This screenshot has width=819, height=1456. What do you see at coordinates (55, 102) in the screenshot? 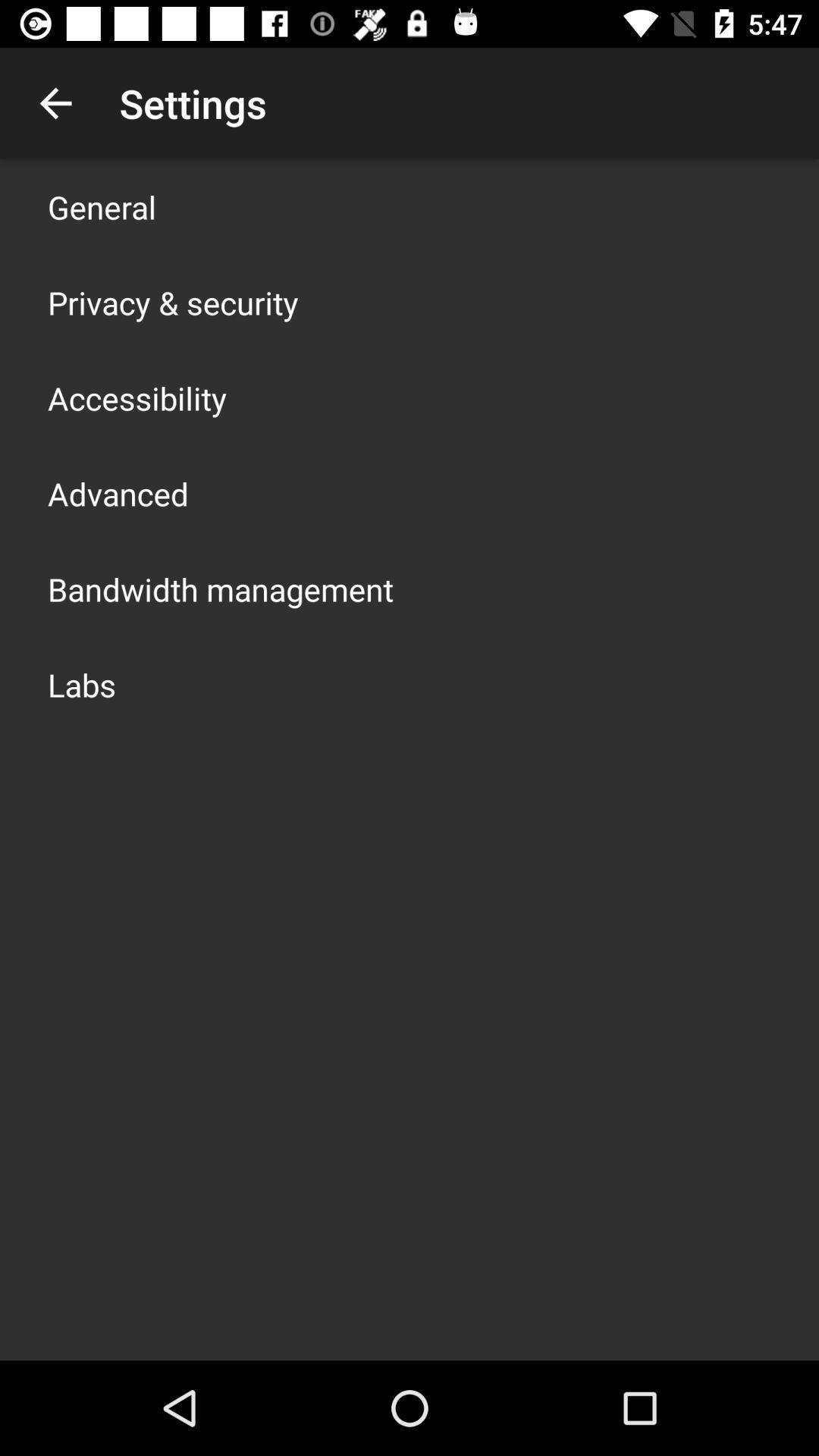
I see `app to the left of settings item` at bounding box center [55, 102].